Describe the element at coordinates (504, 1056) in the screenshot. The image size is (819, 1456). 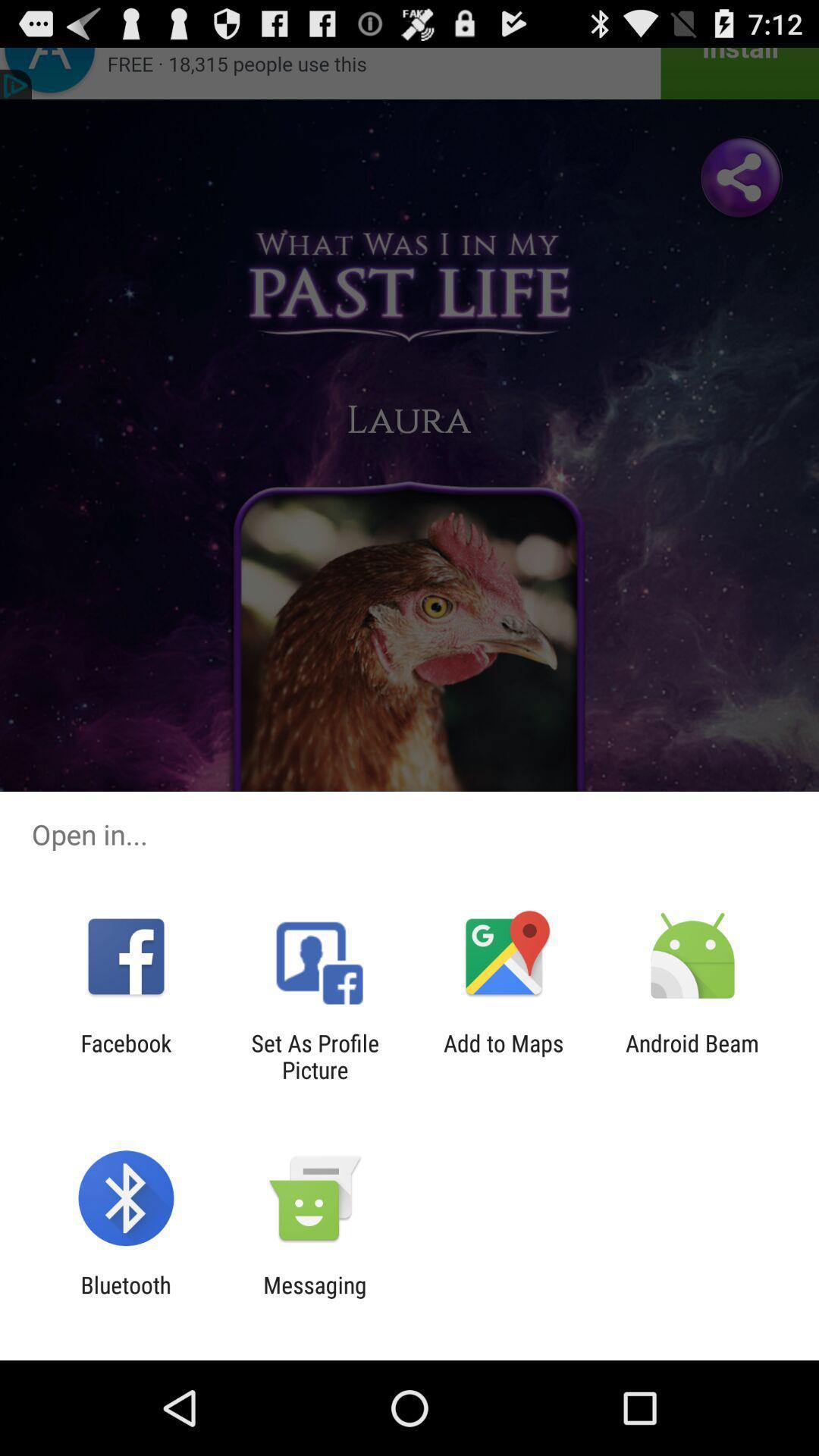
I see `icon next to android beam app` at that location.